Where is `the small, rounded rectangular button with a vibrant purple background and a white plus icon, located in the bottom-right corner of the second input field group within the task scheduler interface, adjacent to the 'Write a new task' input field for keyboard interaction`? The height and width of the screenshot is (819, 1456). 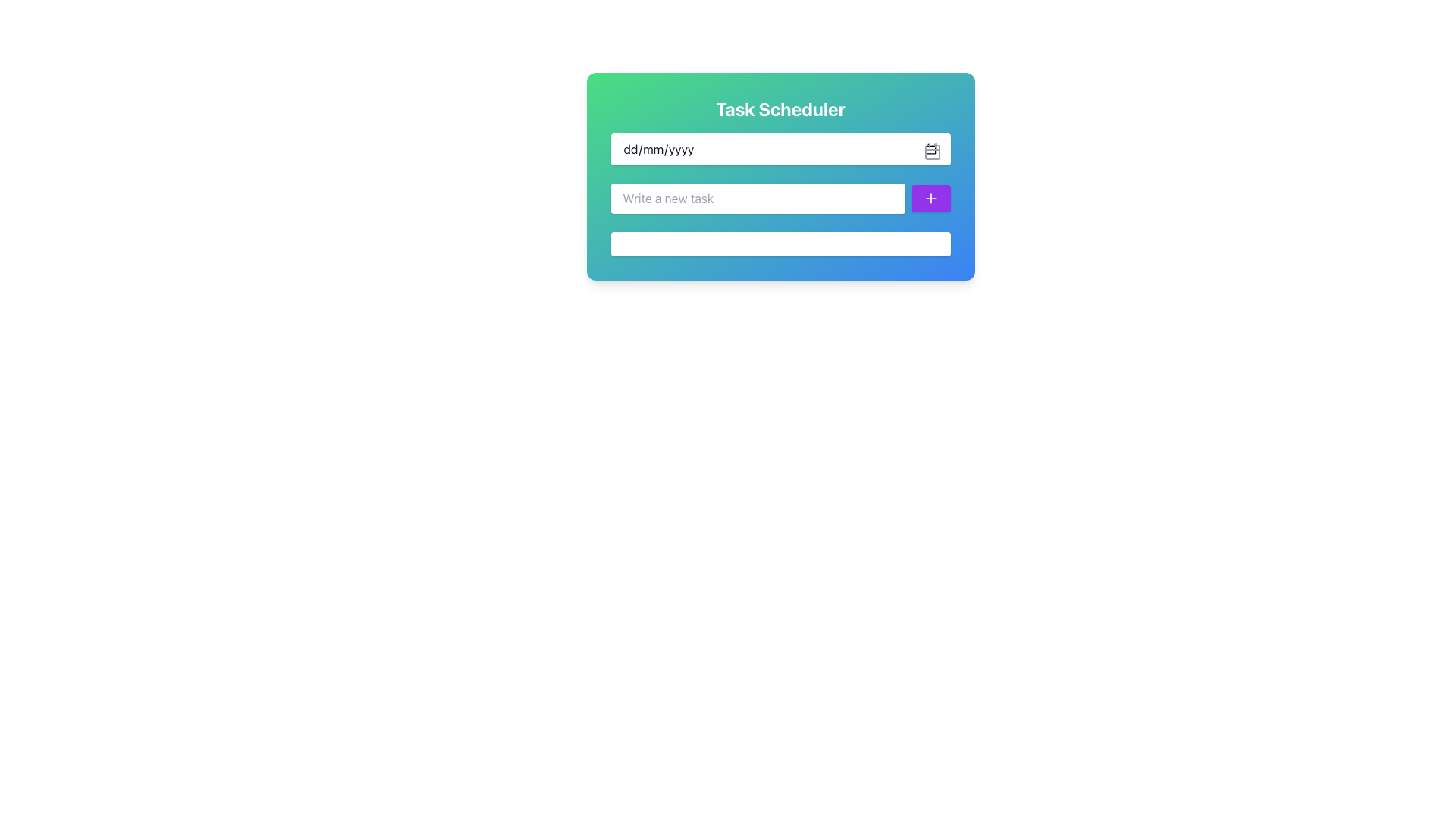 the small, rounded rectangular button with a vibrant purple background and a white plus icon, located in the bottom-right corner of the second input field group within the task scheduler interface, adjacent to the 'Write a new task' input field for keyboard interaction is located at coordinates (930, 198).